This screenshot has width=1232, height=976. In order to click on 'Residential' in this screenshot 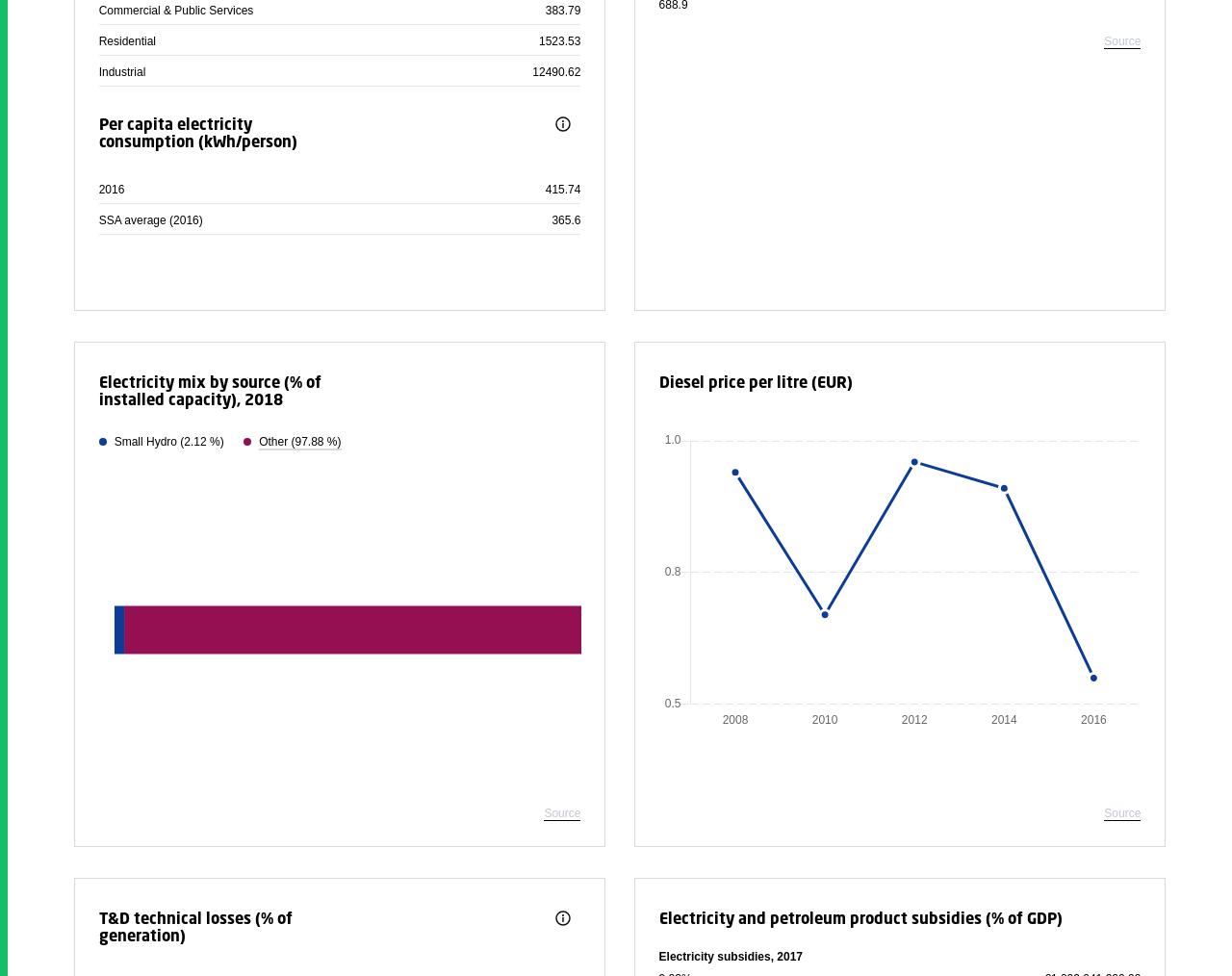, I will do `click(97, 39)`.